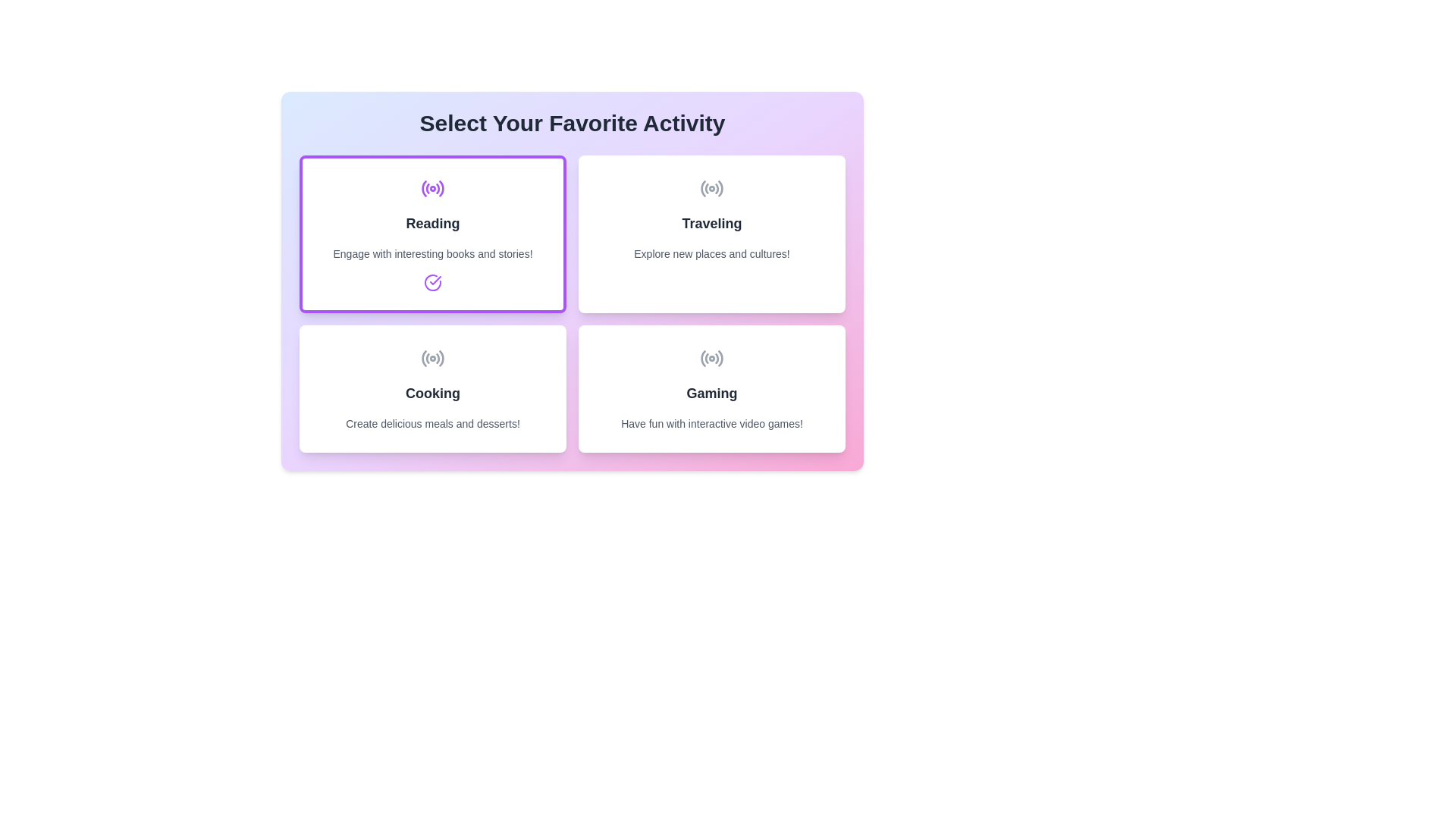 The width and height of the screenshot is (1456, 819). I want to click on the visual icon representing the 'Reading' card, which is positioned at the top of the highlighted card labeled 'Reading', so click(432, 188).